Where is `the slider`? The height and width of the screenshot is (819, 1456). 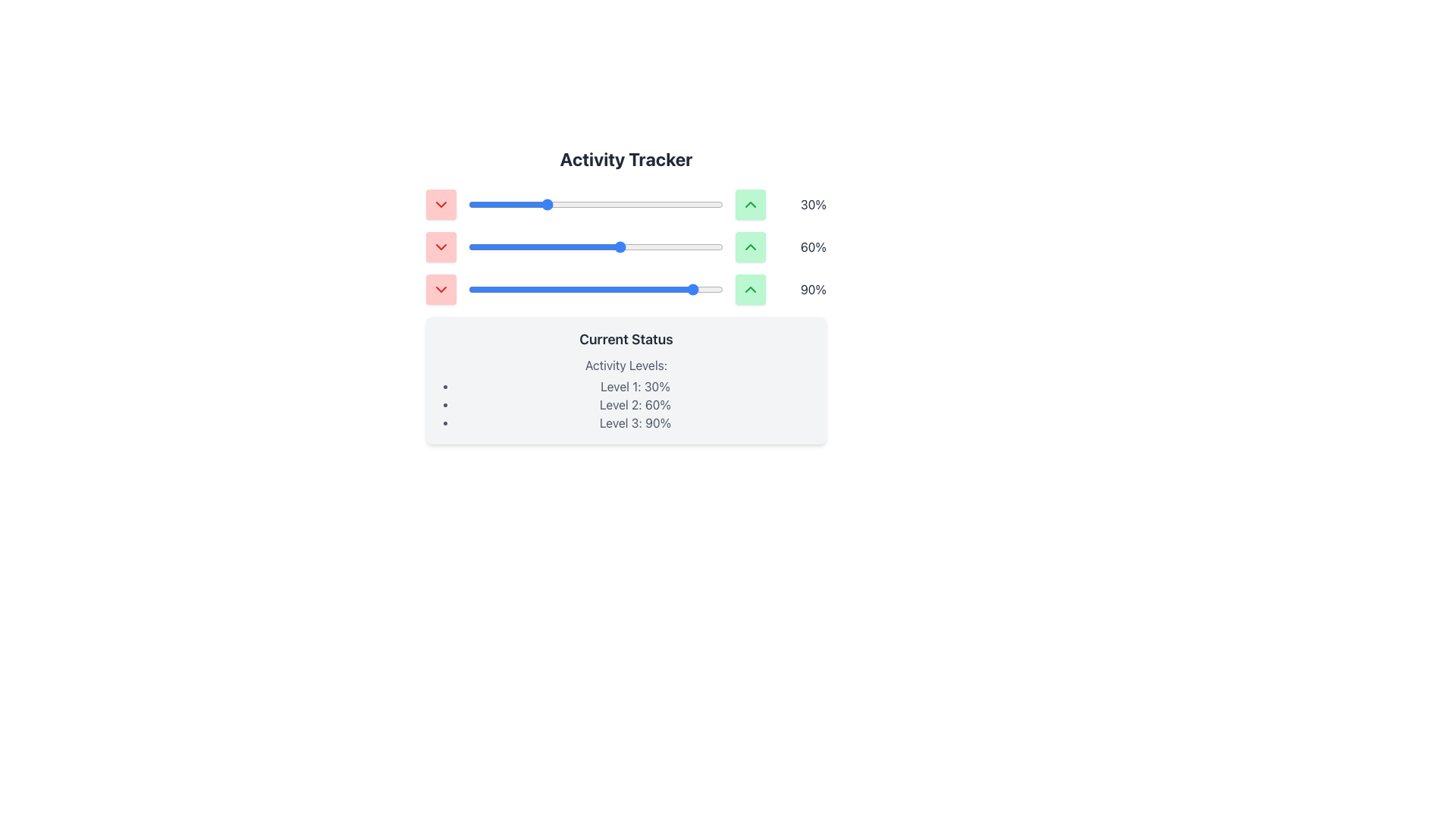
the slider is located at coordinates (496, 289).